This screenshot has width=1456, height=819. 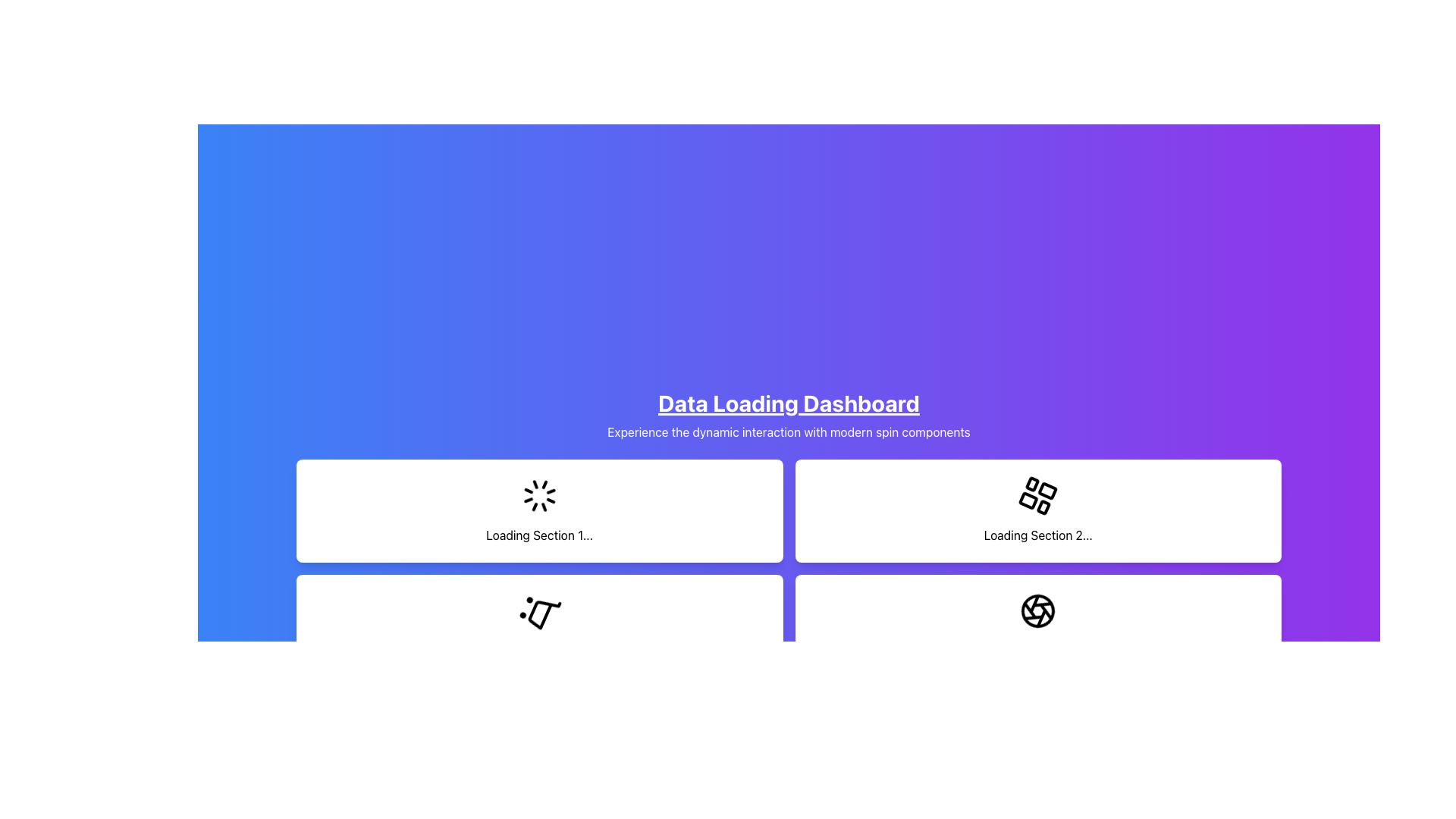 What do you see at coordinates (1028, 491) in the screenshot?
I see `the third rectangular icon in a grouped loading/dashboard design, which is black in color and slightly rounded, positioned above the lower-left rectangle and to the right of the top-left rectangle` at bounding box center [1028, 491].